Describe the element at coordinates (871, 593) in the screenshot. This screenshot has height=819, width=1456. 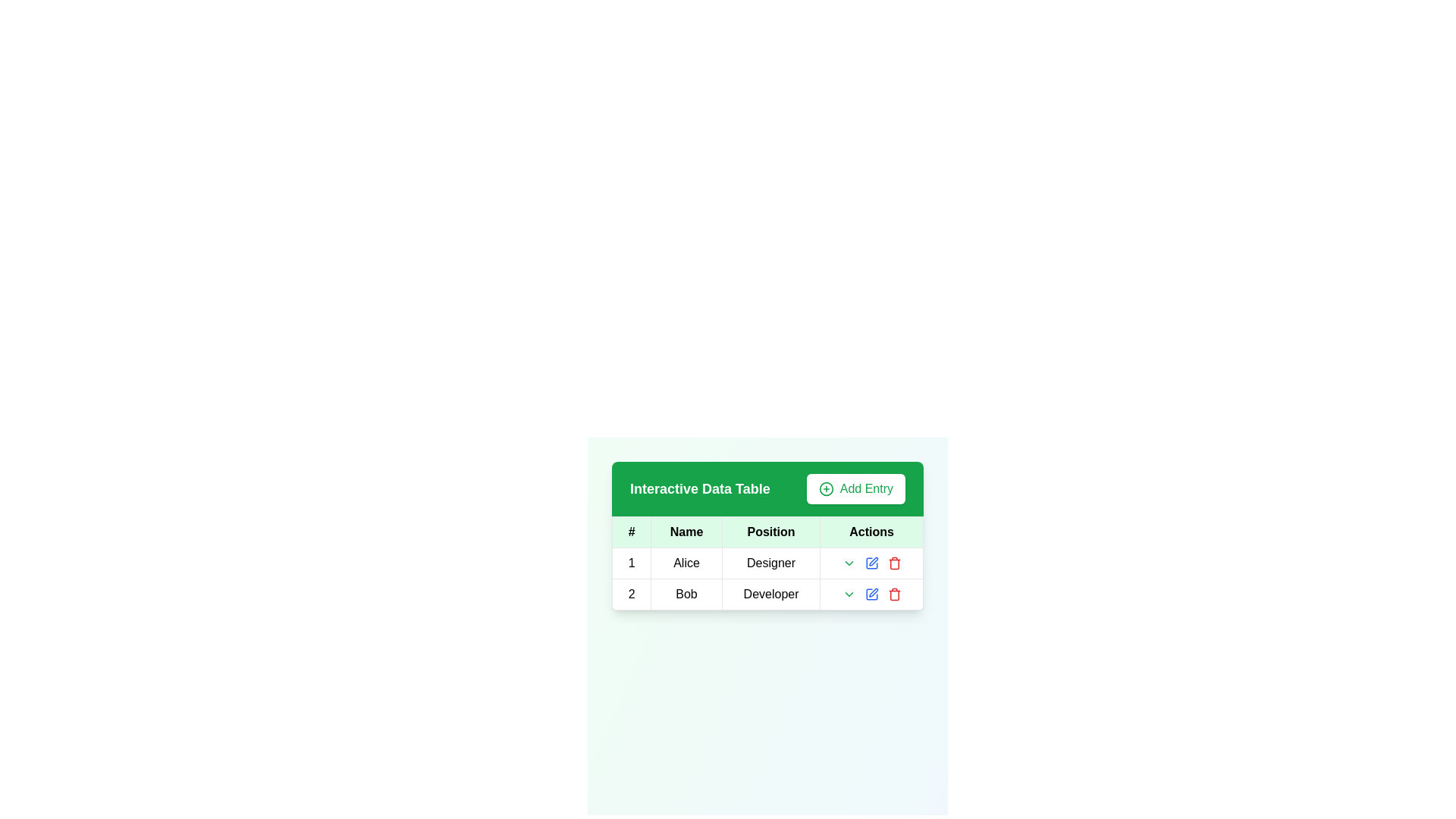
I see `the pen icon button in the 'Actions' column of the second row associated with 'Bob' and 'Developer' to observe styling changes` at that location.